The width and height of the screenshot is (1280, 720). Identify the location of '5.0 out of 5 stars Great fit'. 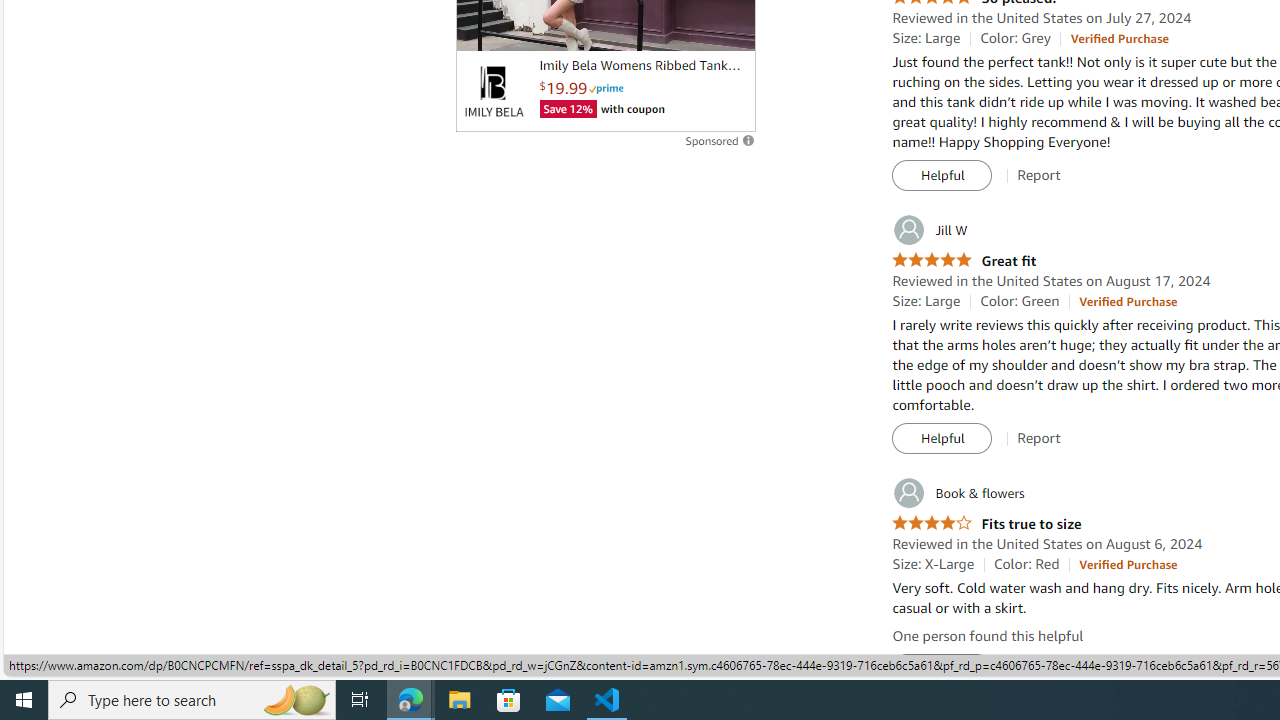
(964, 260).